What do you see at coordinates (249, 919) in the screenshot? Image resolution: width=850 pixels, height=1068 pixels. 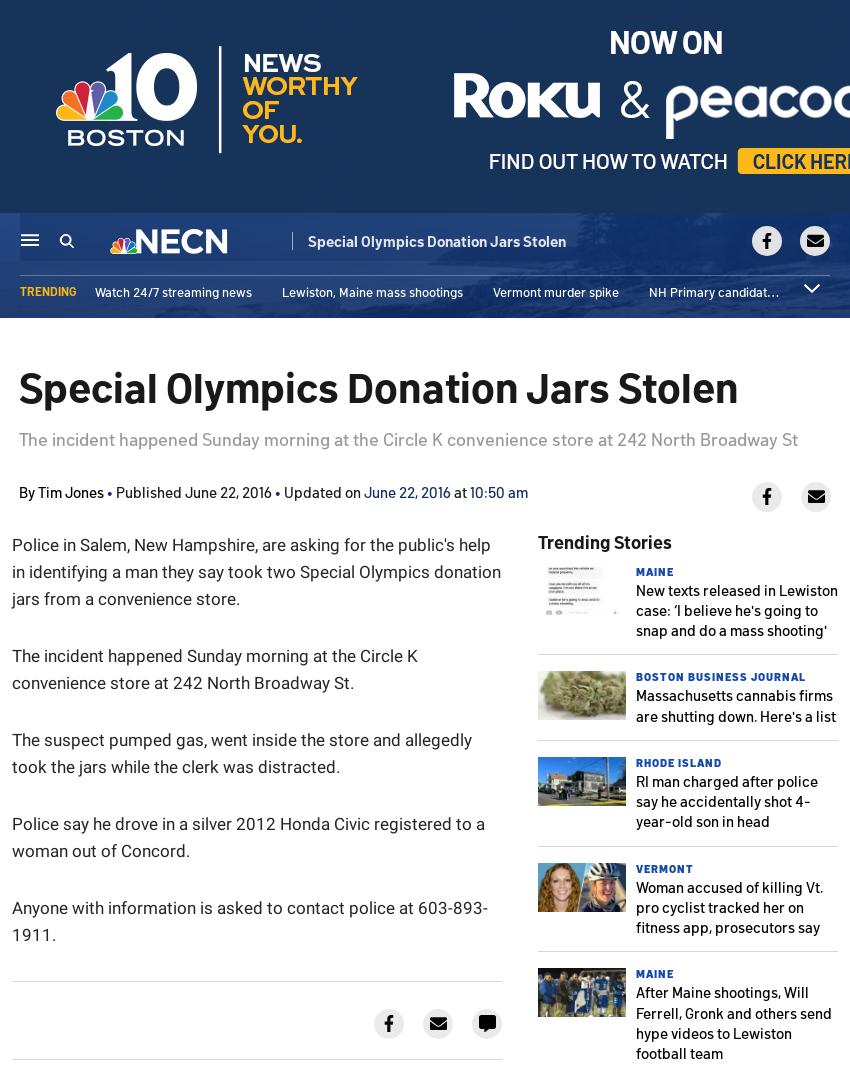 I see `'Anyone with information is asked to contact police at 603-893-1911.'` at bounding box center [249, 919].